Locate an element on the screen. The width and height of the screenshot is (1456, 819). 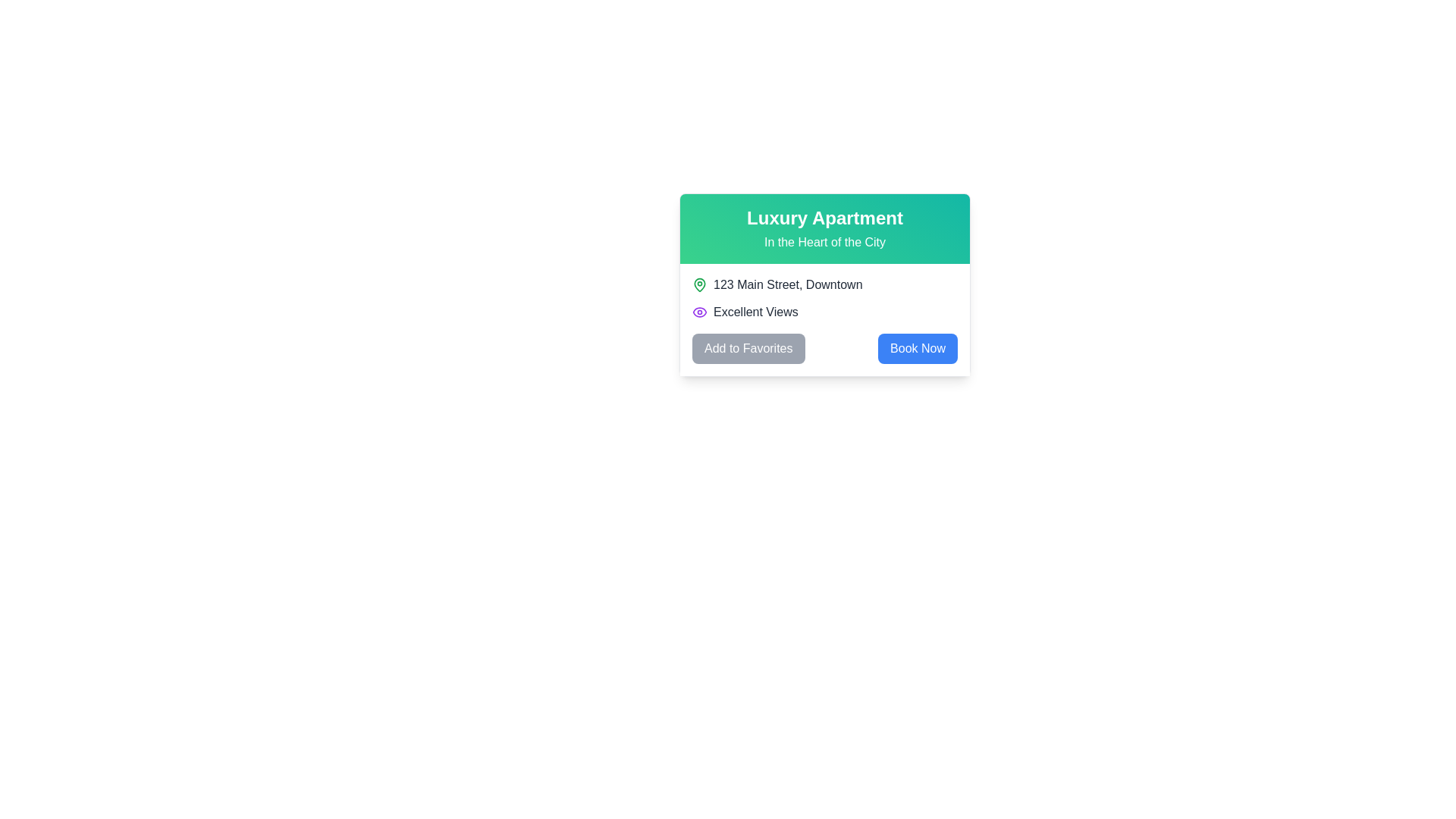
address displayed in the text label showing '123 Main Street, Downtown', located to the right of the green pin icon in the top part of the card layout is located at coordinates (788, 284).